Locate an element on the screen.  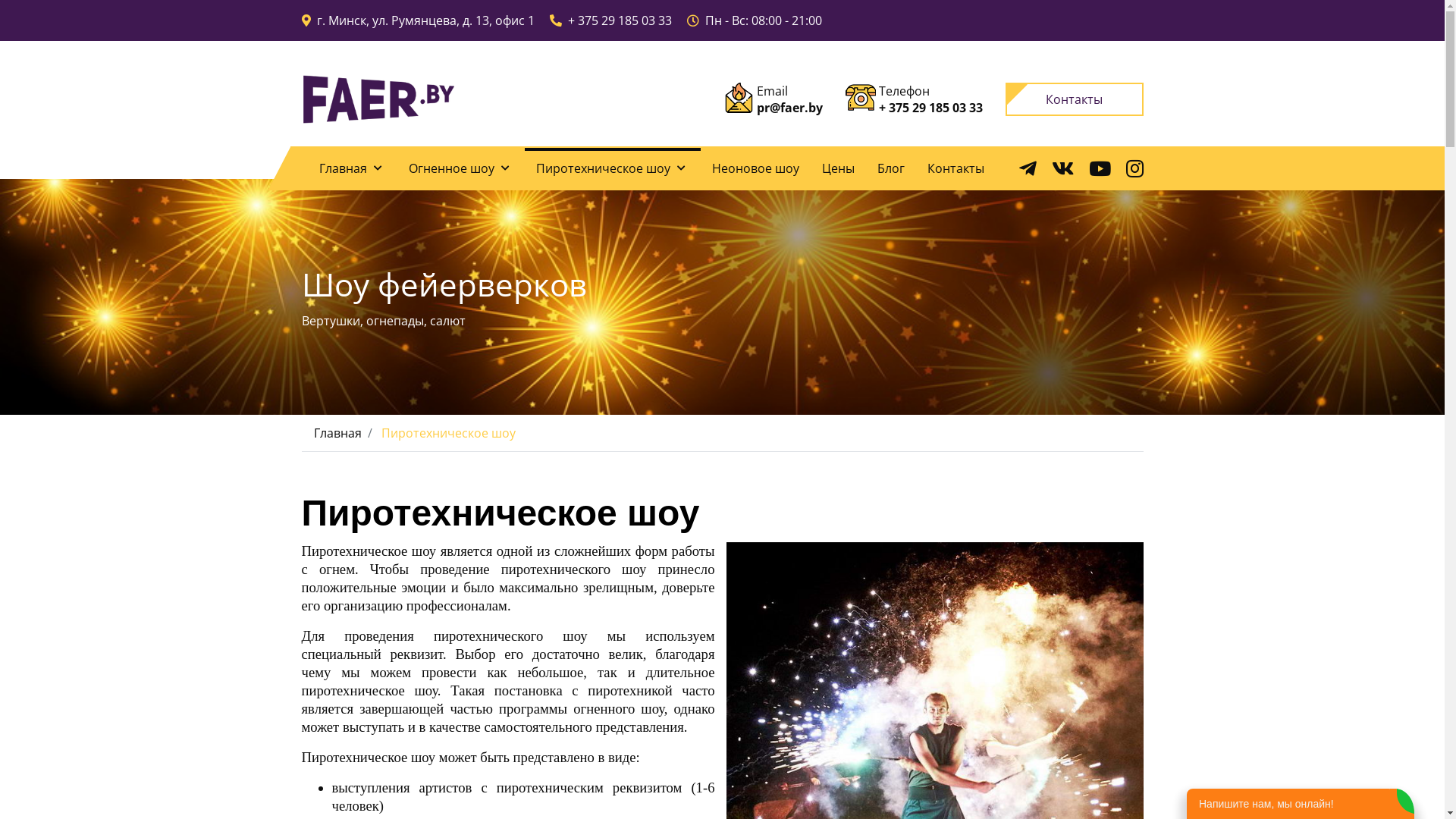
'+ 375 29 185 03 33' is located at coordinates (930, 107).